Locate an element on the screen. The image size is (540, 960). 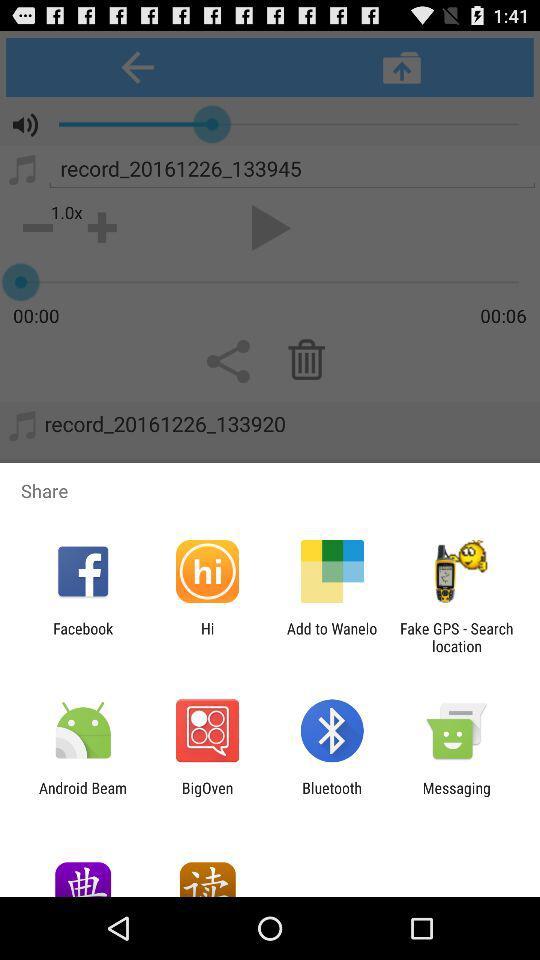
item next to the hi icon is located at coordinates (82, 636).